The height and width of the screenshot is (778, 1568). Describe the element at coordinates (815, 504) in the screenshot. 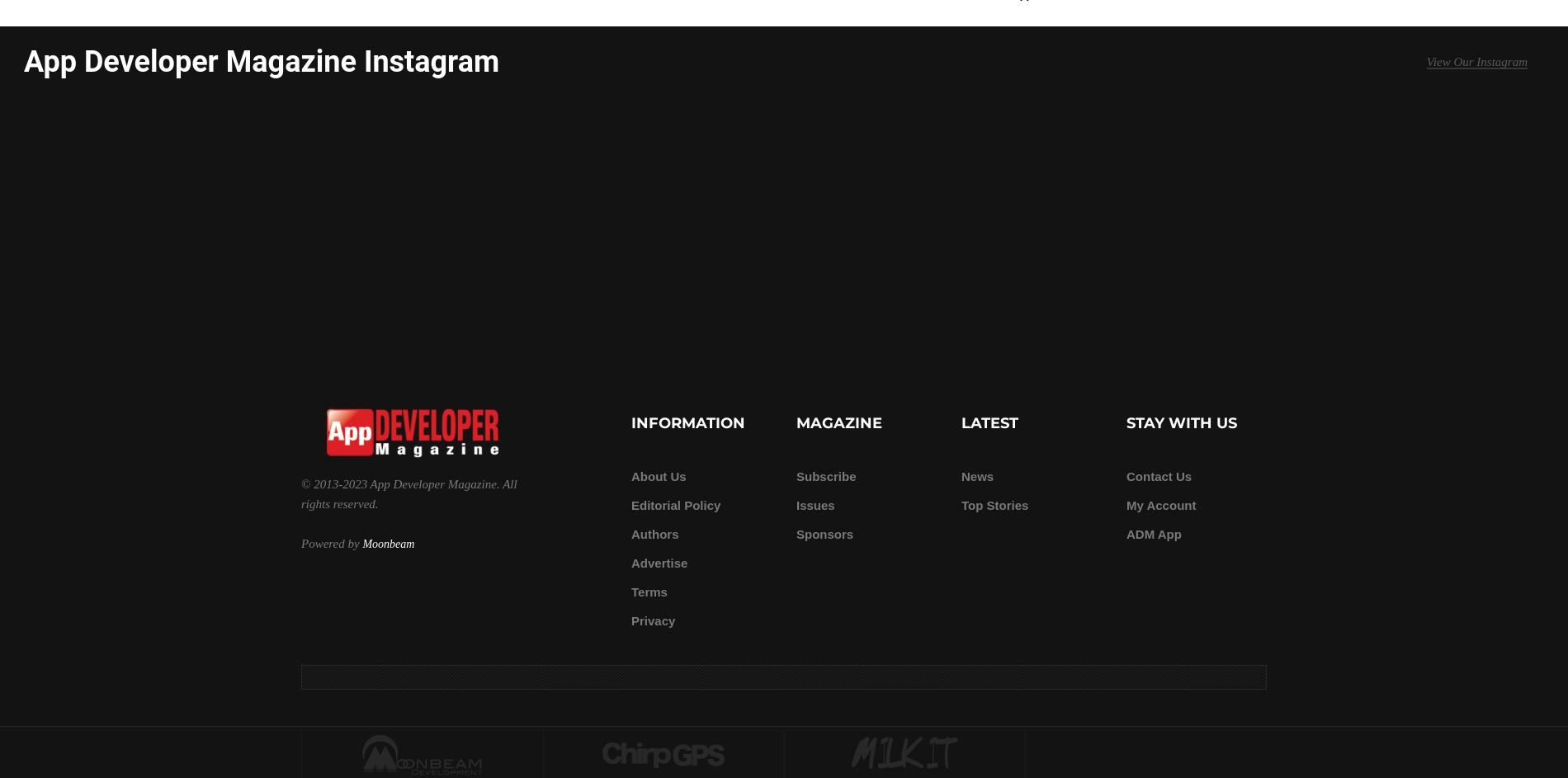

I see `'Issues'` at that location.